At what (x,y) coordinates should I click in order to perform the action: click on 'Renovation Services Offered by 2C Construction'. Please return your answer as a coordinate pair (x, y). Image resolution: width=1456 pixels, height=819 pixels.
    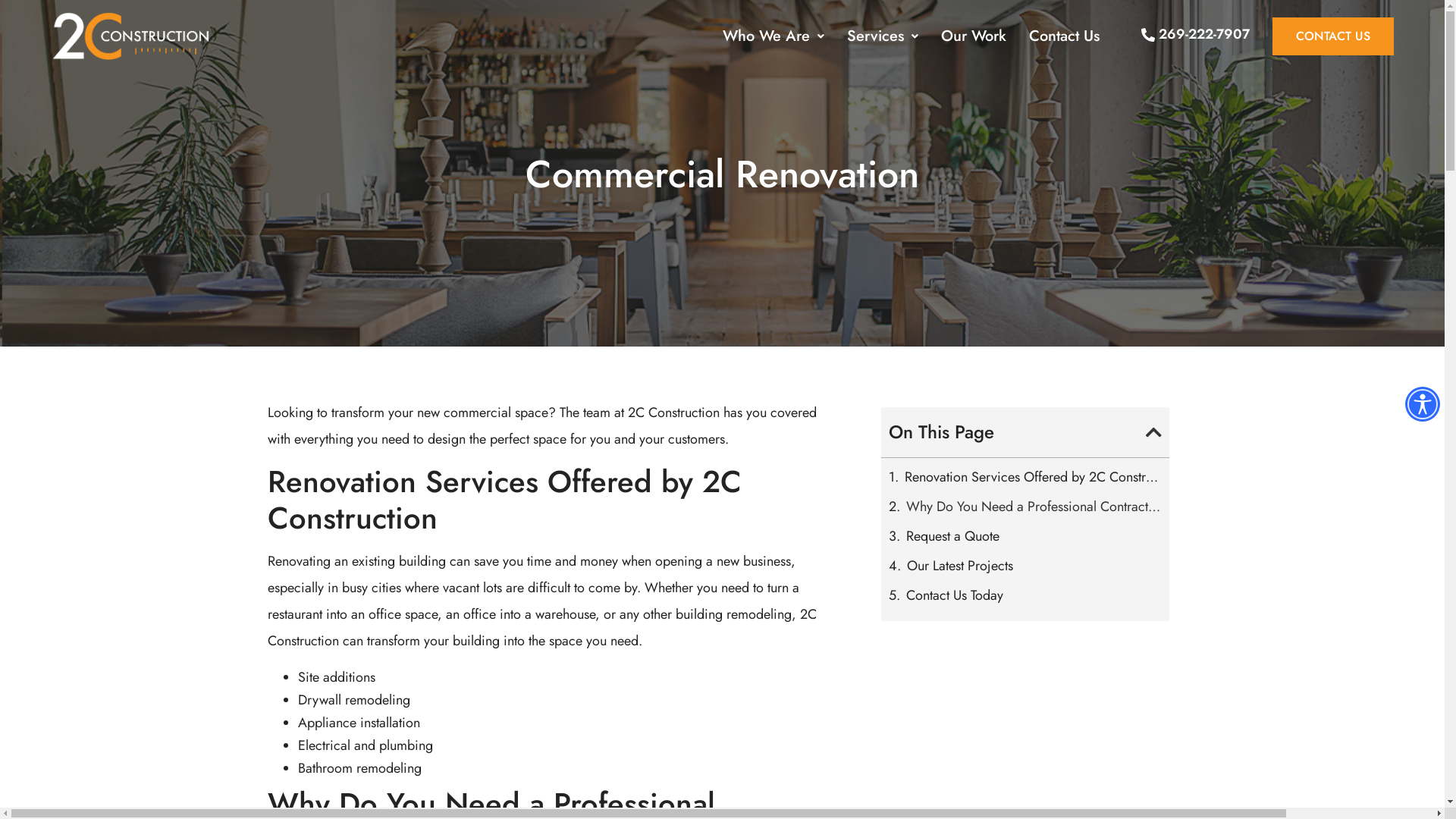
    Looking at the image, I should click on (1032, 475).